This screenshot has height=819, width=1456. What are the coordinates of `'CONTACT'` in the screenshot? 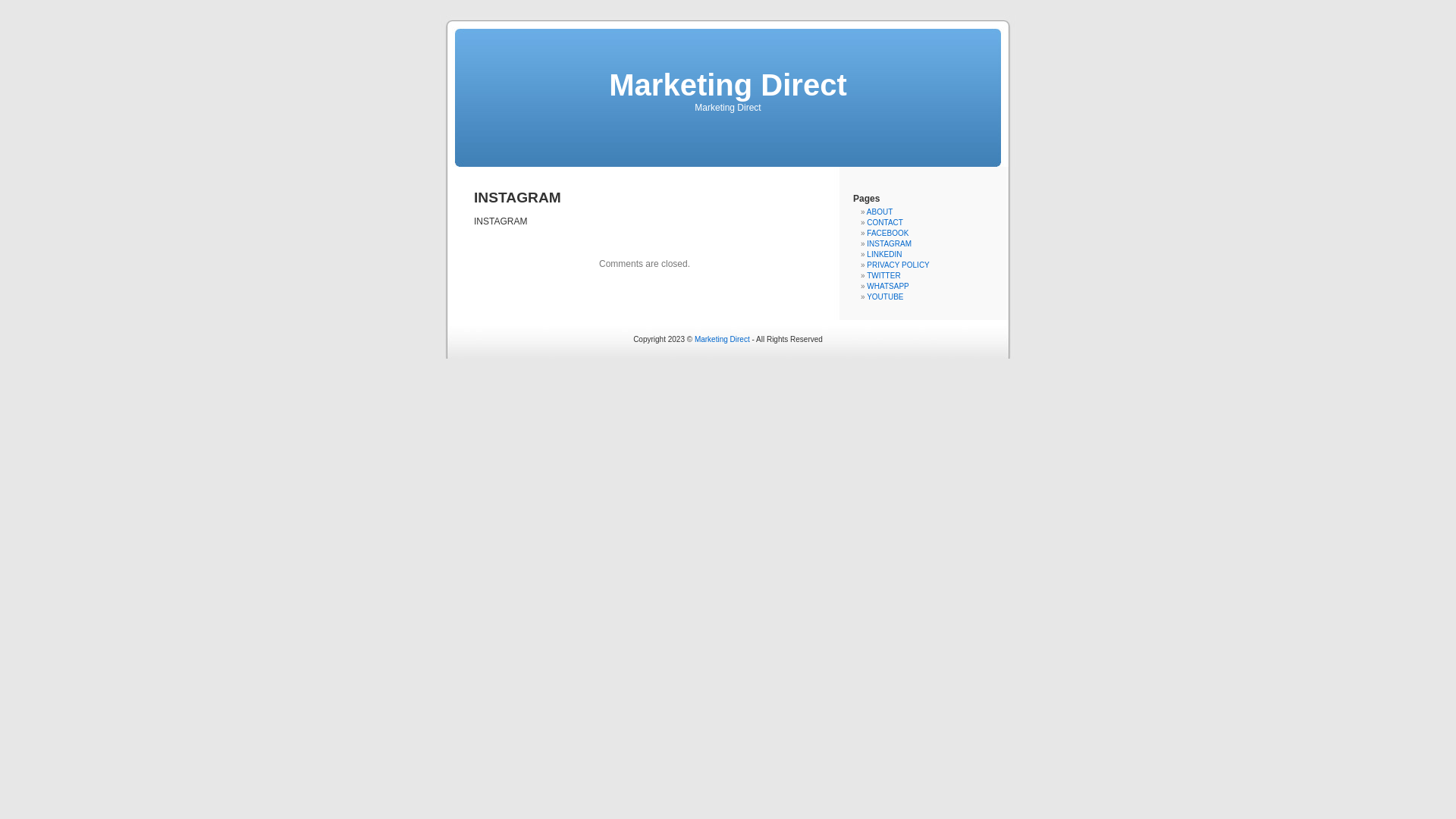 It's located at (884, 222).